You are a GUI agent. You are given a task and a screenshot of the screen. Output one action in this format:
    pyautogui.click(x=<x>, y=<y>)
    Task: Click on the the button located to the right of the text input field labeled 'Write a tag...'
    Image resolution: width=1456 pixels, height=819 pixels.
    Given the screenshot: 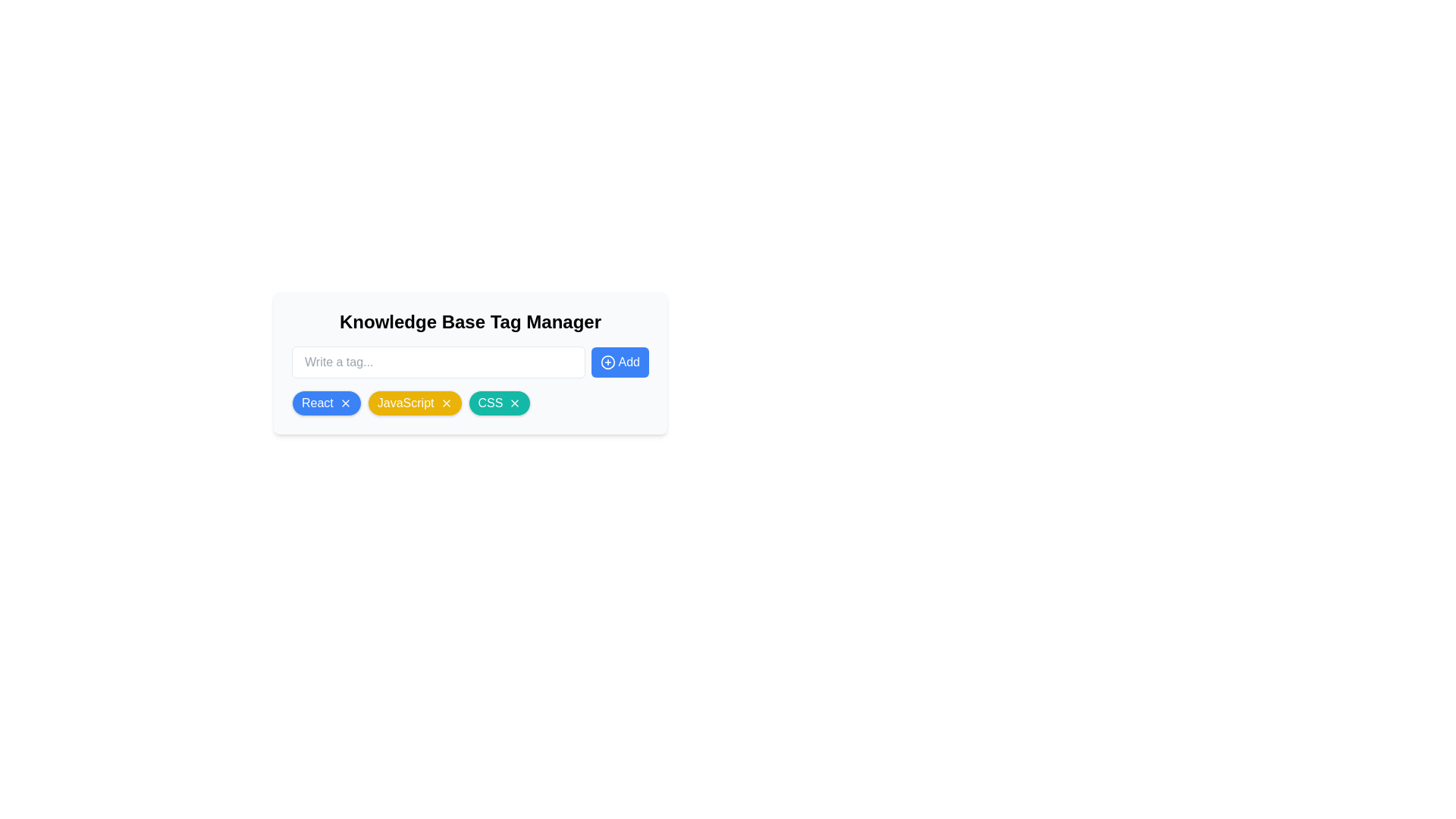 What is the action you would take?
    pyautogui.click(x=620, y=362)
    